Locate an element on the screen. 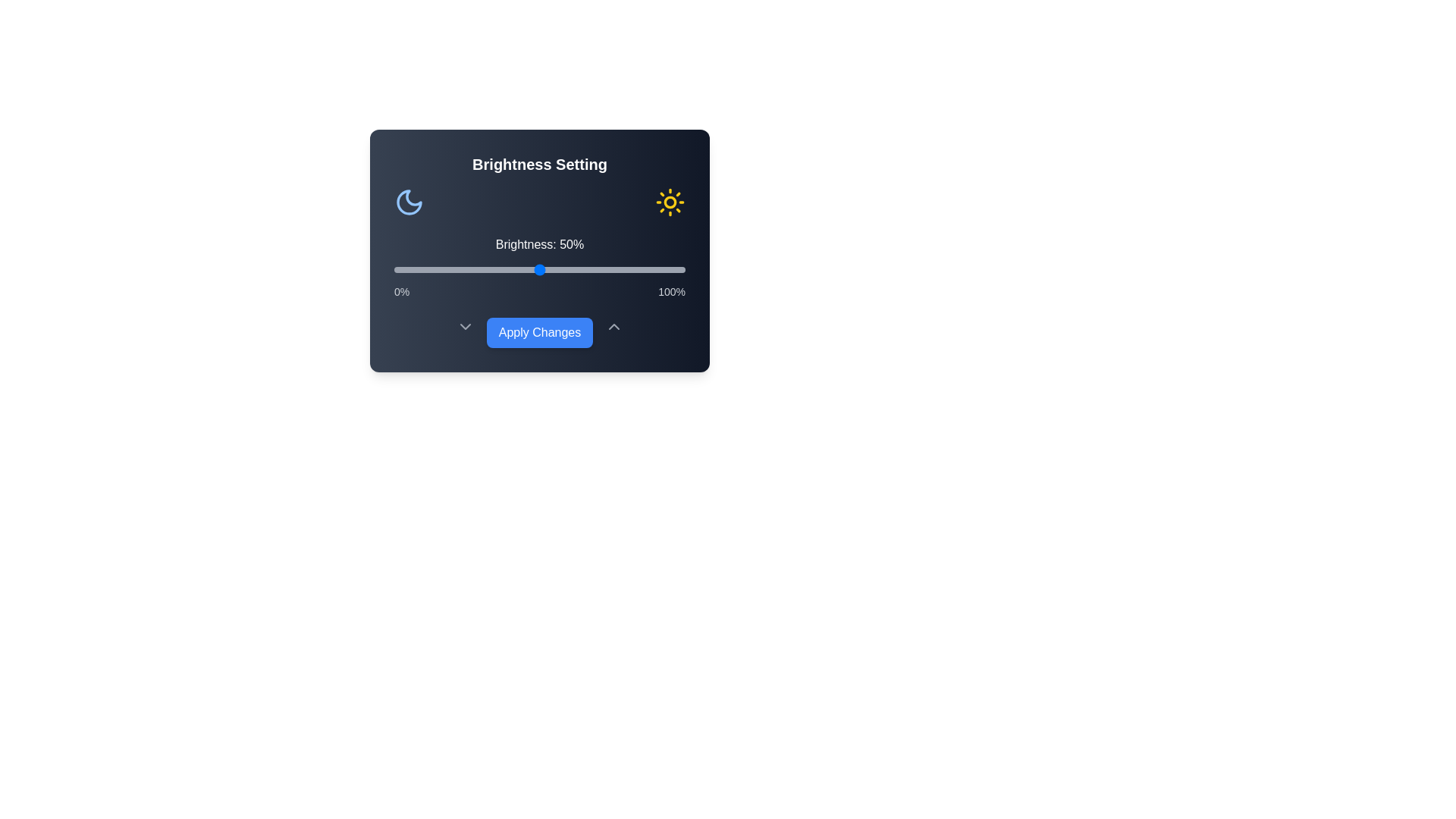  the 0% label to inspect for additional information is located at coordinates (401, 292).